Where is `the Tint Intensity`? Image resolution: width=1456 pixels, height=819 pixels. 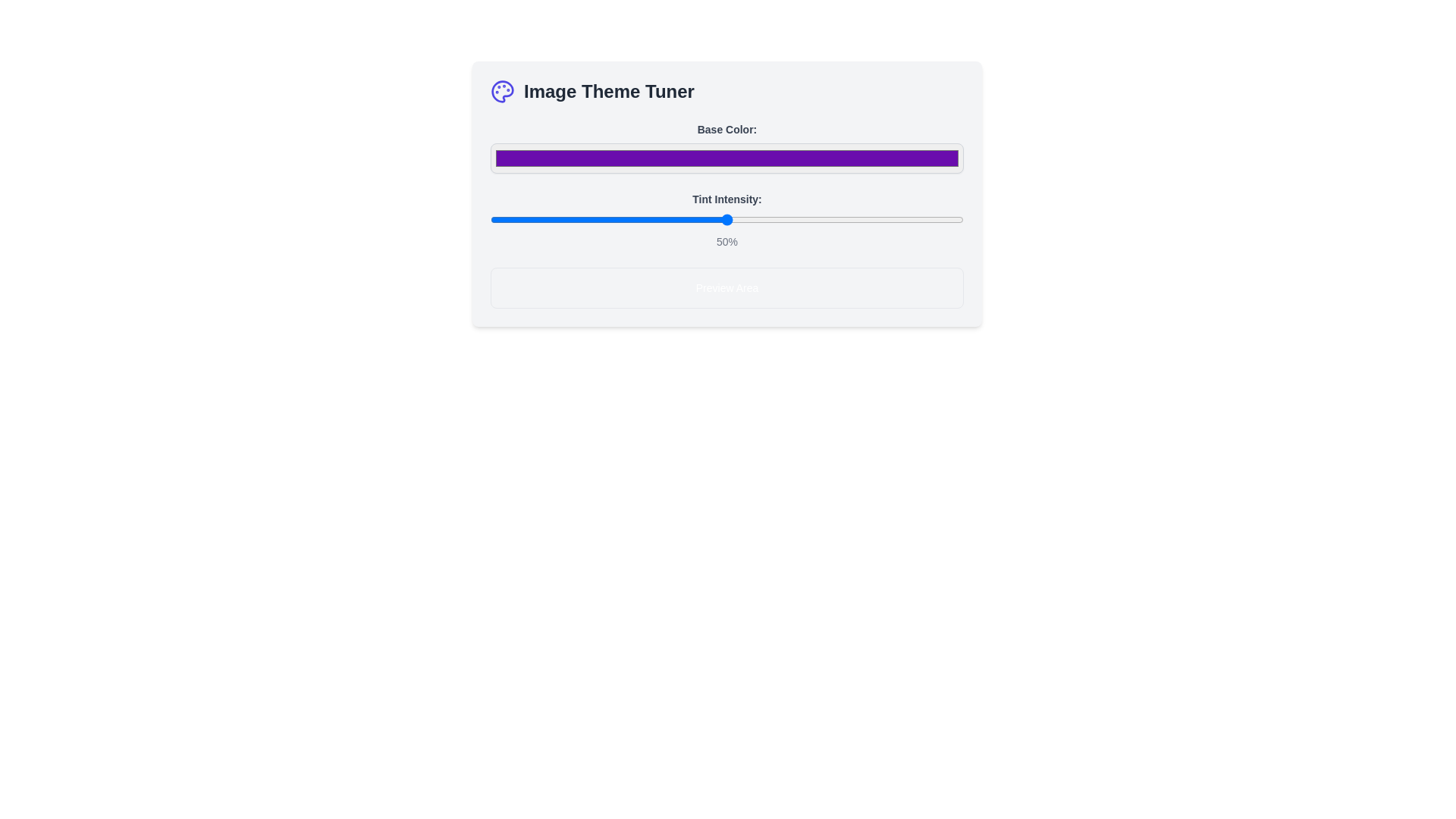 the Tint Intensity is located at coordinates (958, 219).